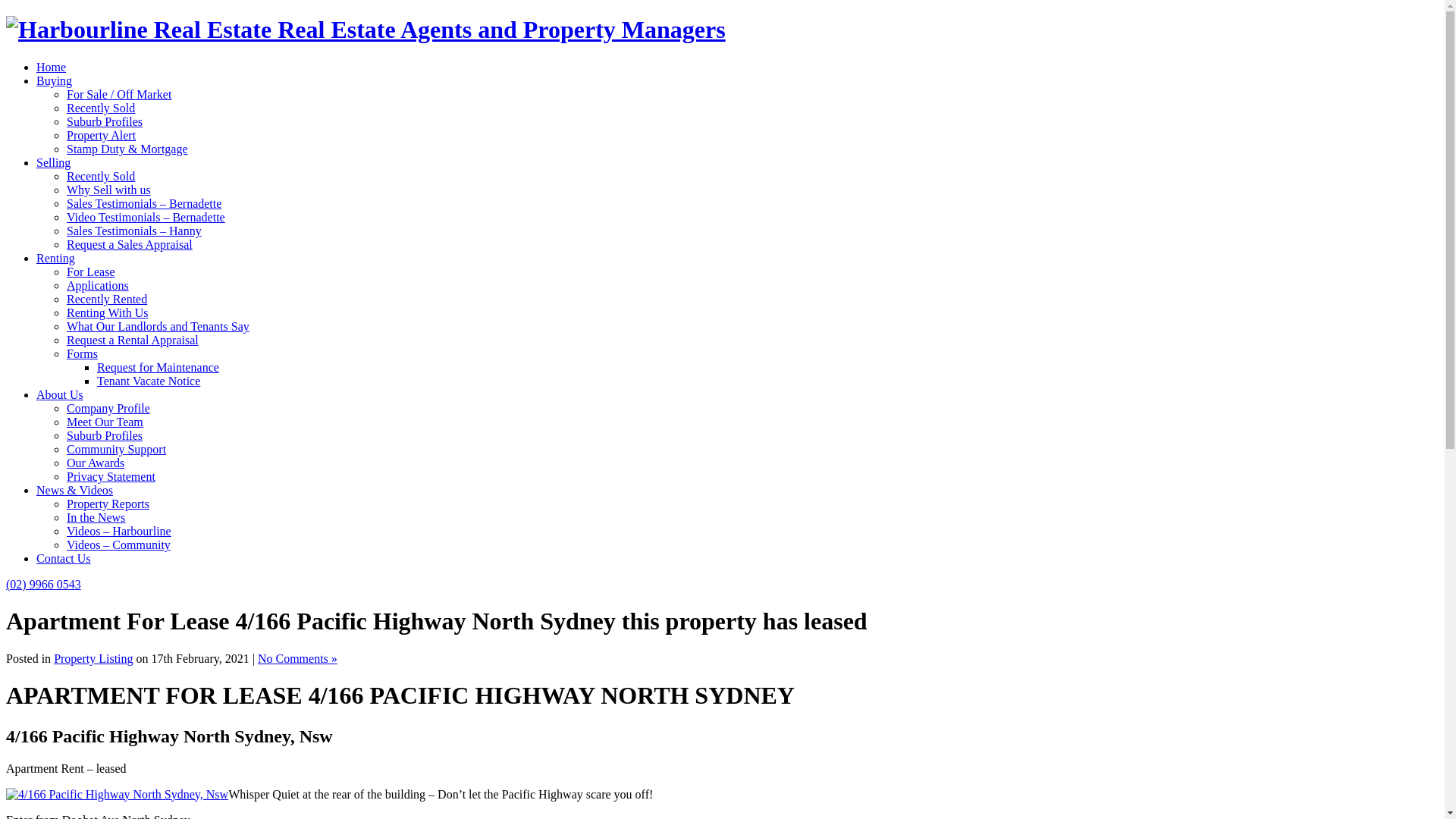 The width and height of the screenshot is (1456, 819). Describe the element at coordinates (107, 312) in the screenshot. I see `'Renting With Us'` at that location.